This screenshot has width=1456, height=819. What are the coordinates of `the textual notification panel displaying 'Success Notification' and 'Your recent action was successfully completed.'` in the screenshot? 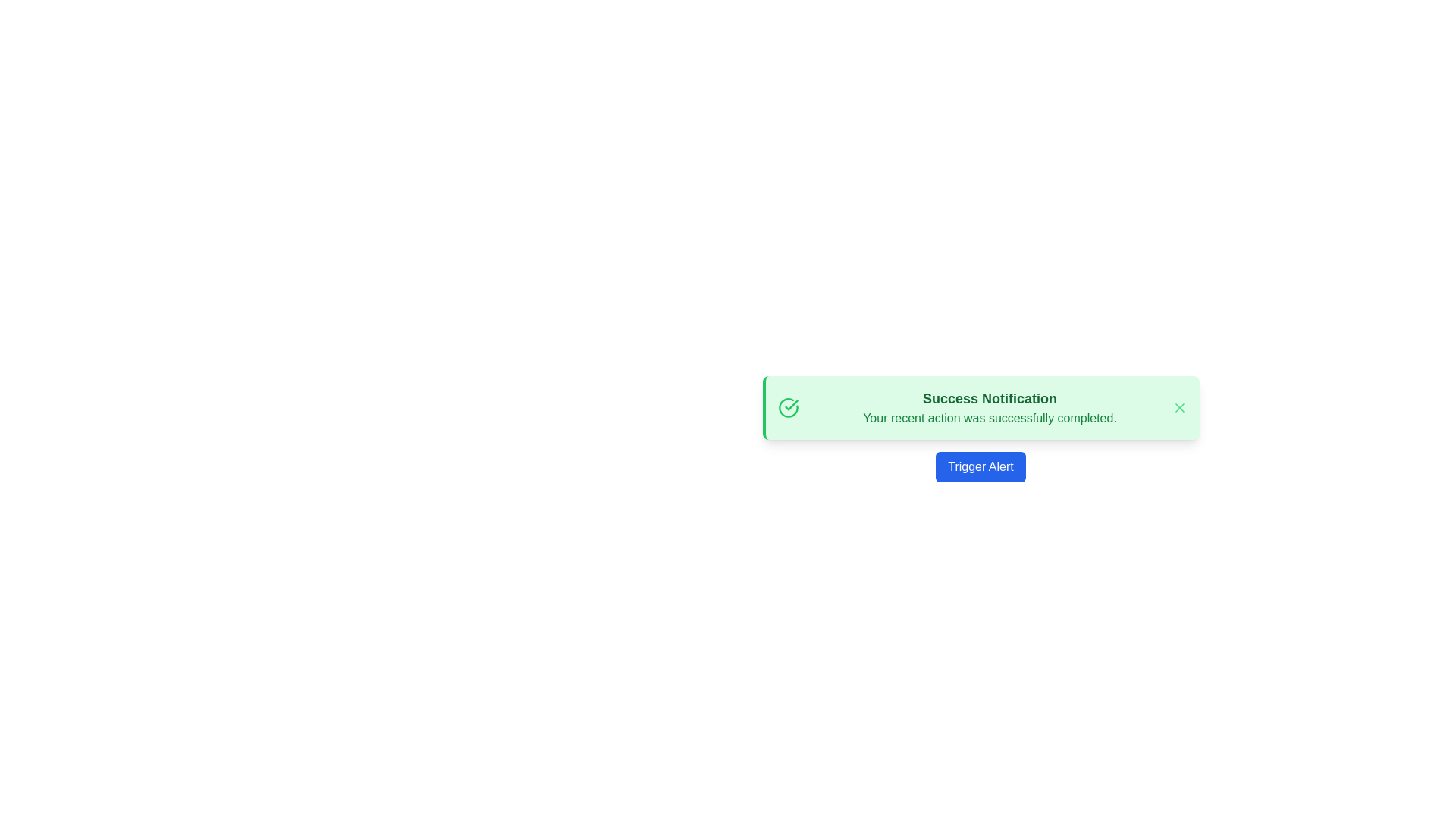 It's located at (990, 406).